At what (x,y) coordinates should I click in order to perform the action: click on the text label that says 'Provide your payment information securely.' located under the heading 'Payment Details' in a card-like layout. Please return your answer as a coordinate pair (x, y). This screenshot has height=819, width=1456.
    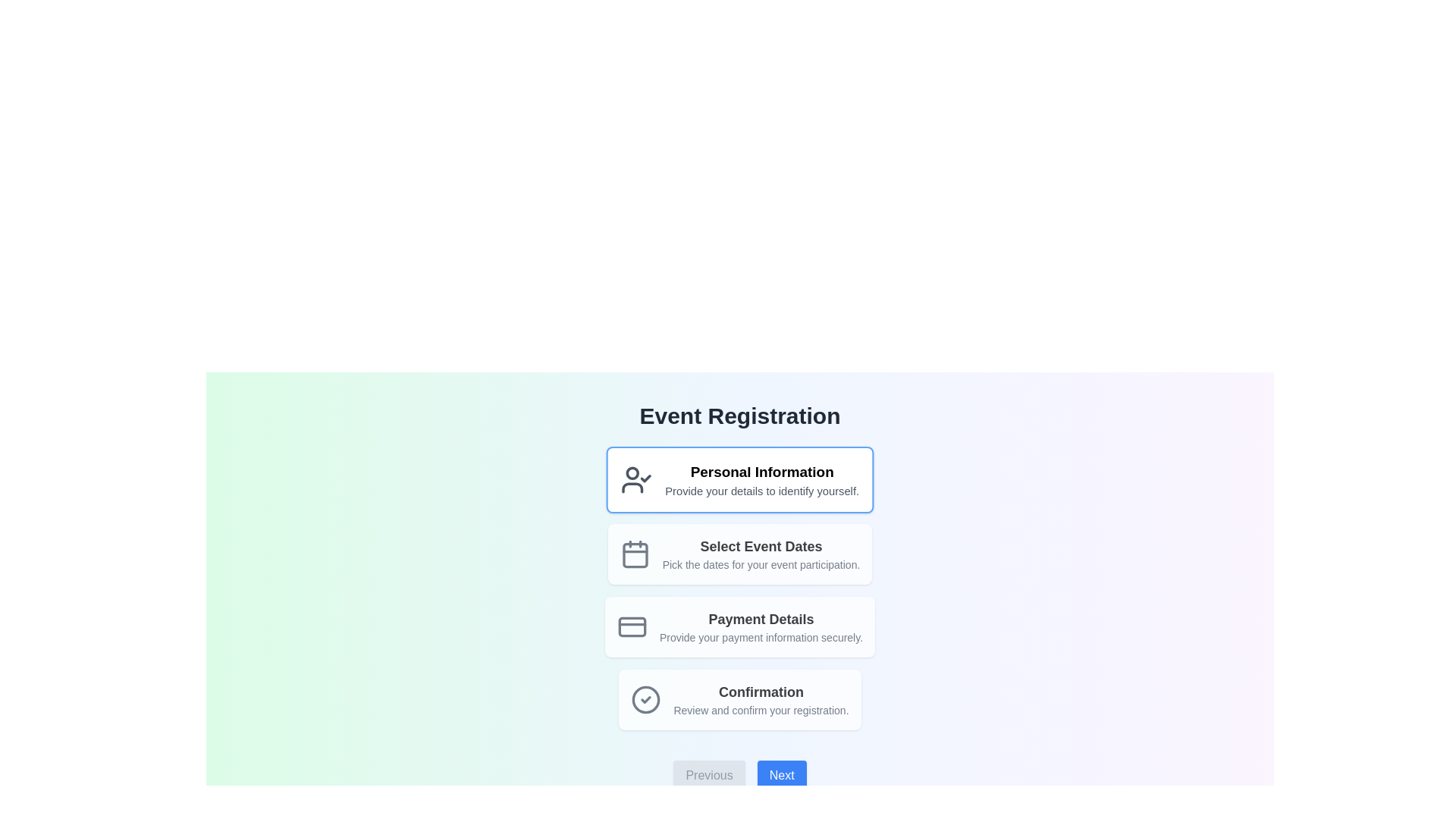
    Looking at the image, I should click on (761, 637).